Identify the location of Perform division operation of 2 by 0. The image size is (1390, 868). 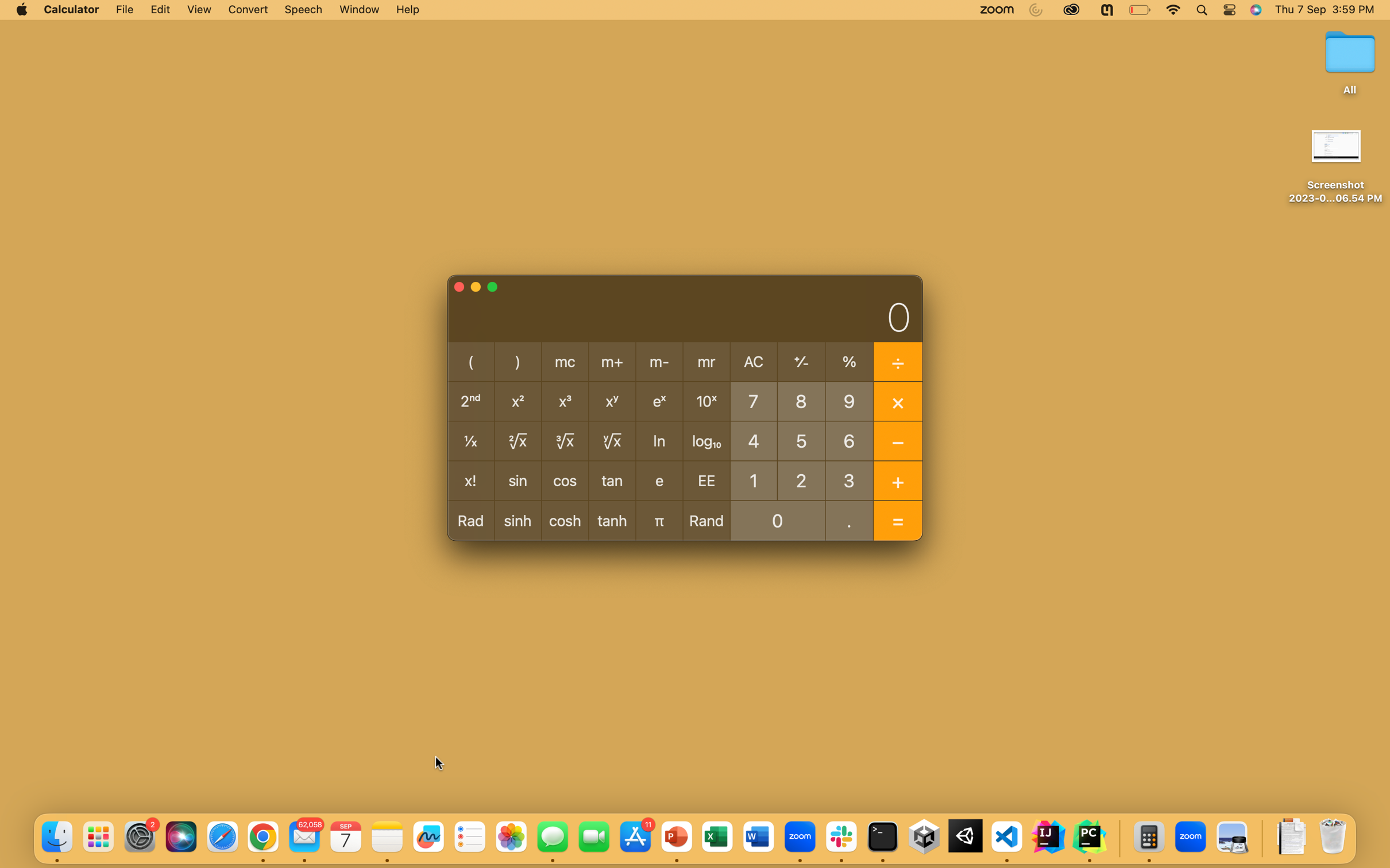
(801, 479).